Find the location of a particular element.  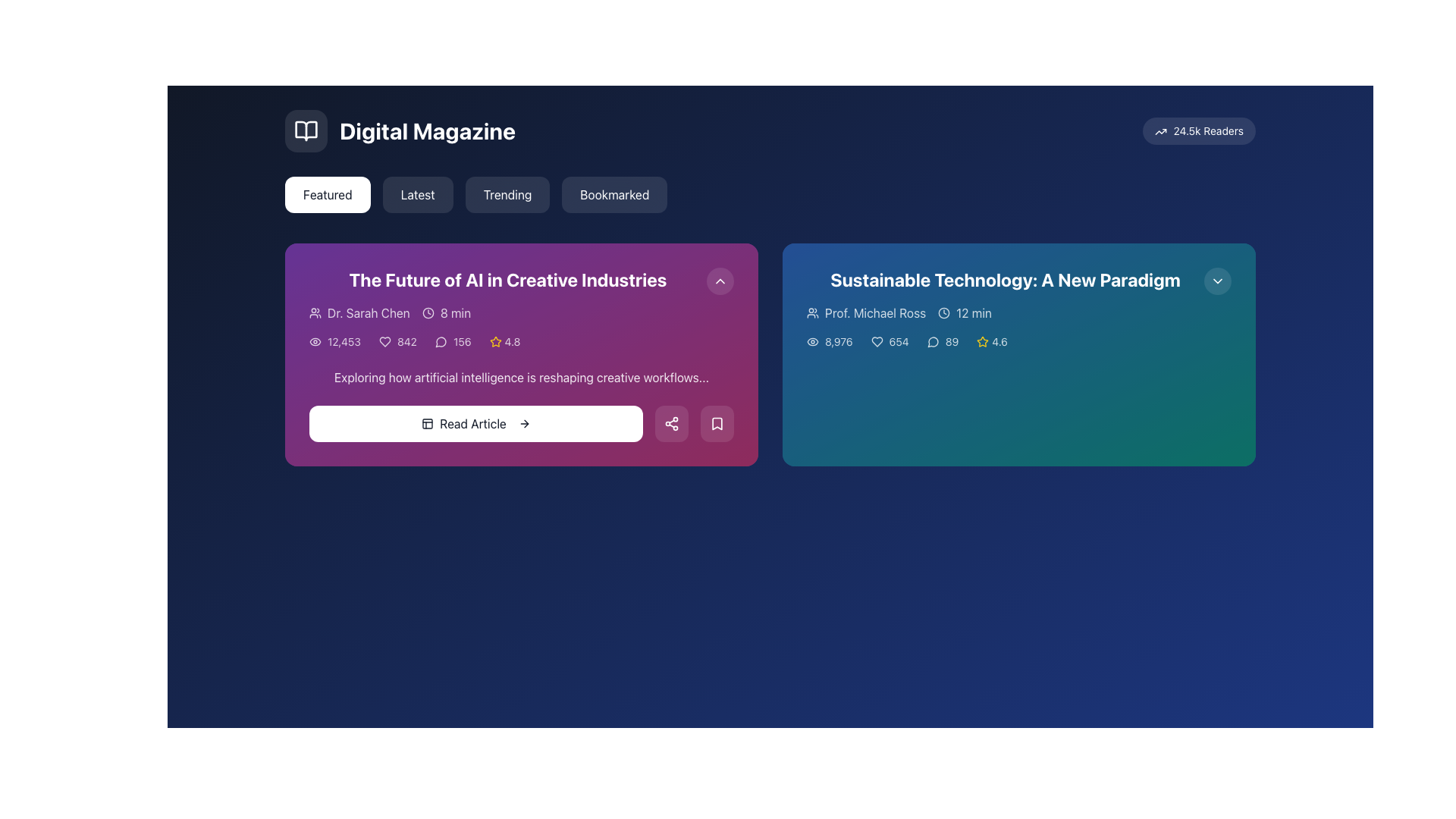

the eye-shaped outline in the SVG that represents visibility, located within the content block titled 'The Future of AI in Creative Industries' is located at coordinates (315, 342).